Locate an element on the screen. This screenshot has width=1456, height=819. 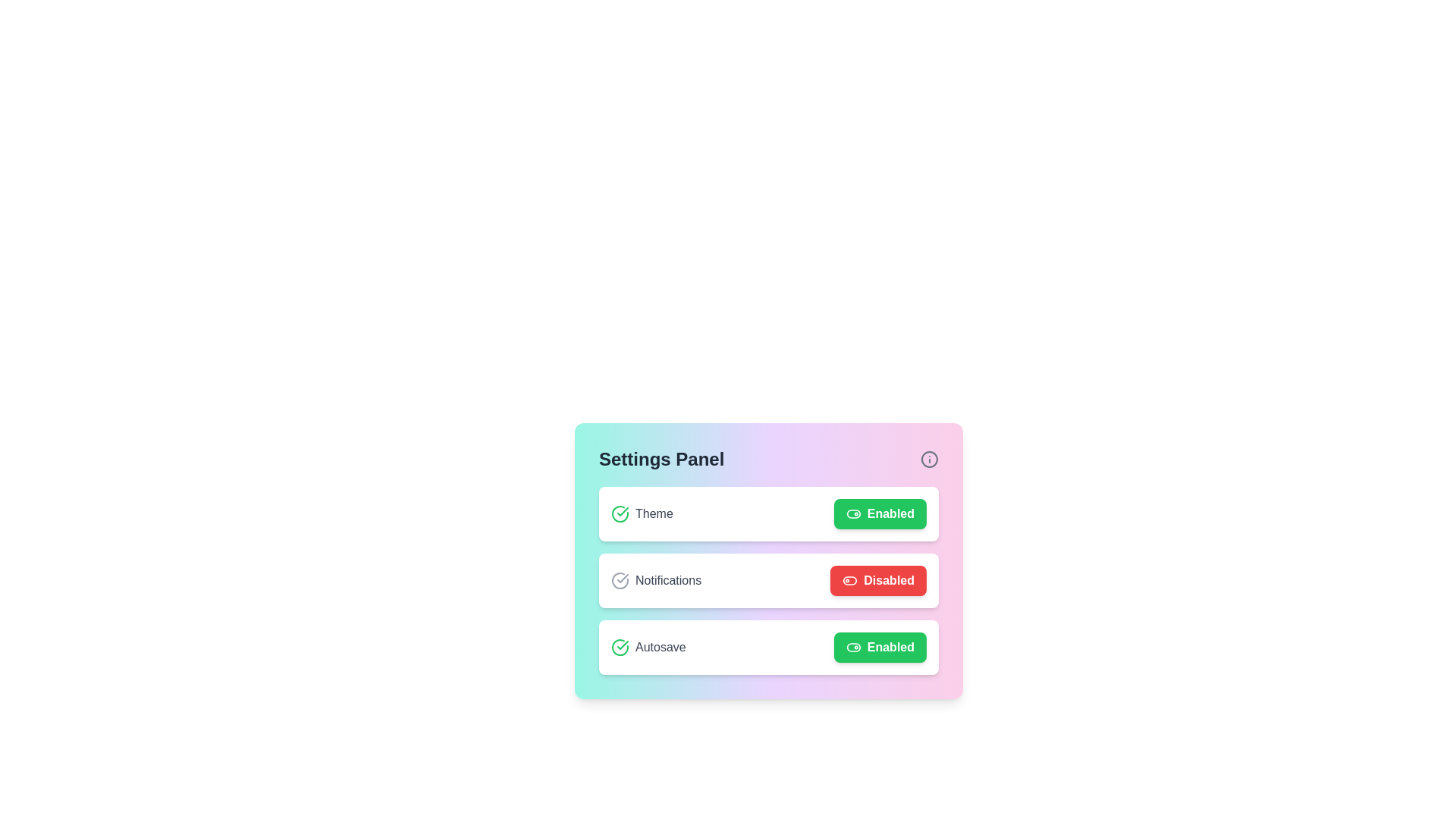
the setting item Autosave is located at coordinates (768, 647).